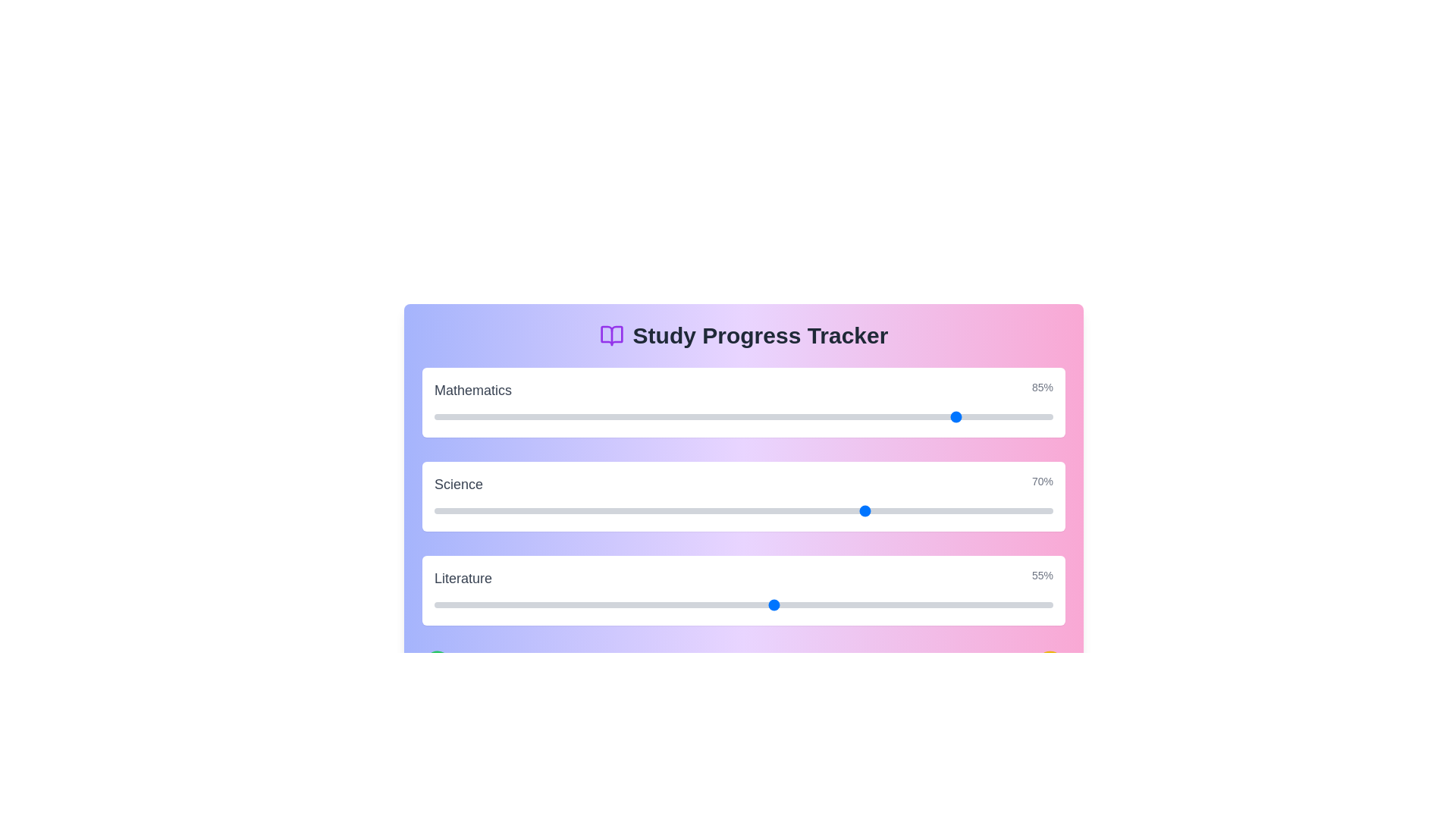 The height and width of the screenshot is (819, 1456). I want to click on the Literature progress slider to 11%, so click(502, 604).